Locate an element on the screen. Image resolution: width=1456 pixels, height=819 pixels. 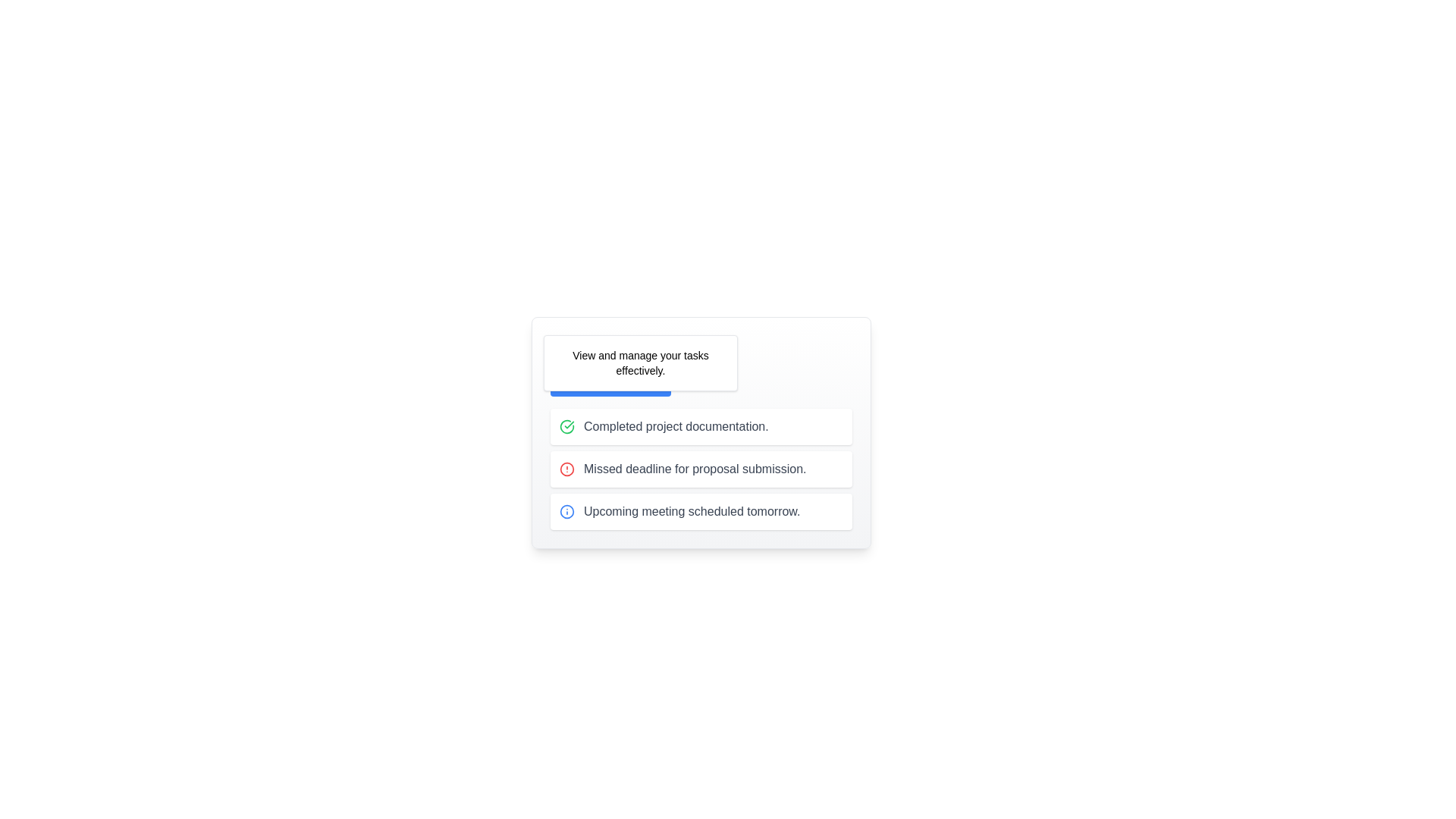
the informational icon located to the left of the text 'Upcoming meeting scheduled tomorrow.' in the third row of the task management card is located at coordinates (566, 512).